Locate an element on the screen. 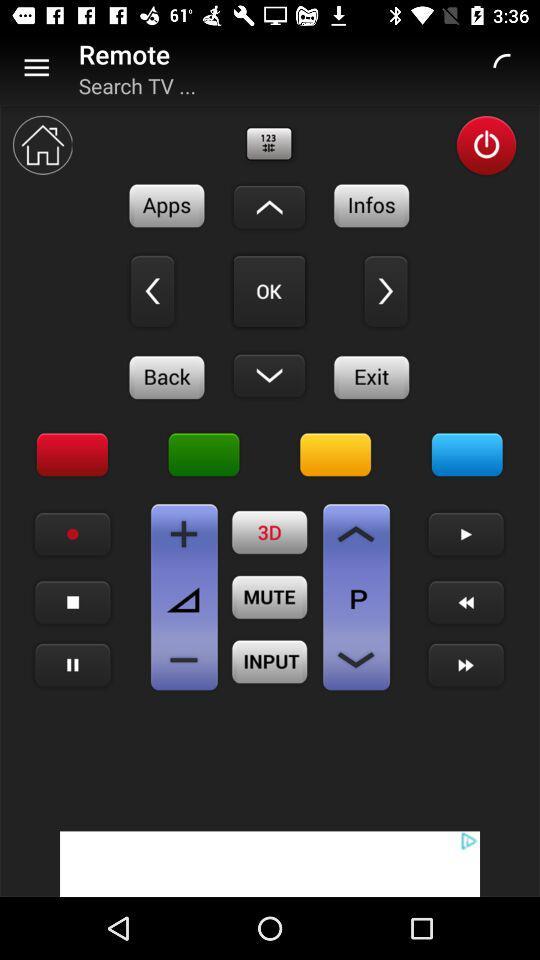  3d button is located at coordinates (270, 531).